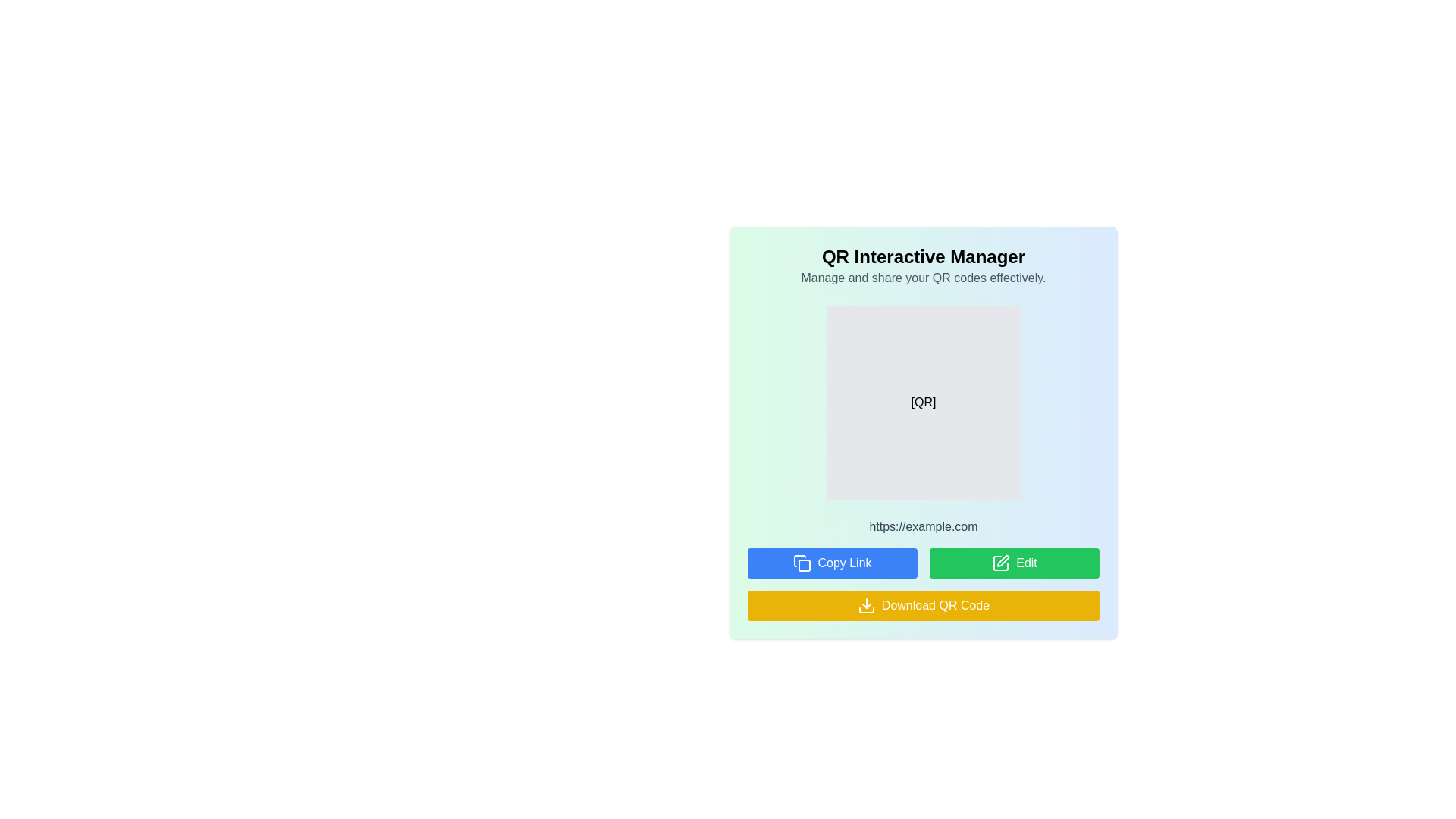 The image size is (1456, 819). What do you see at coordinates (923, 265) in the screenshot?
I see `the Text display header with the title 'QR Interactive Manager' and its subtitle 'Manage and share your QR codes effectively.'` at bounding box center [923, 265].